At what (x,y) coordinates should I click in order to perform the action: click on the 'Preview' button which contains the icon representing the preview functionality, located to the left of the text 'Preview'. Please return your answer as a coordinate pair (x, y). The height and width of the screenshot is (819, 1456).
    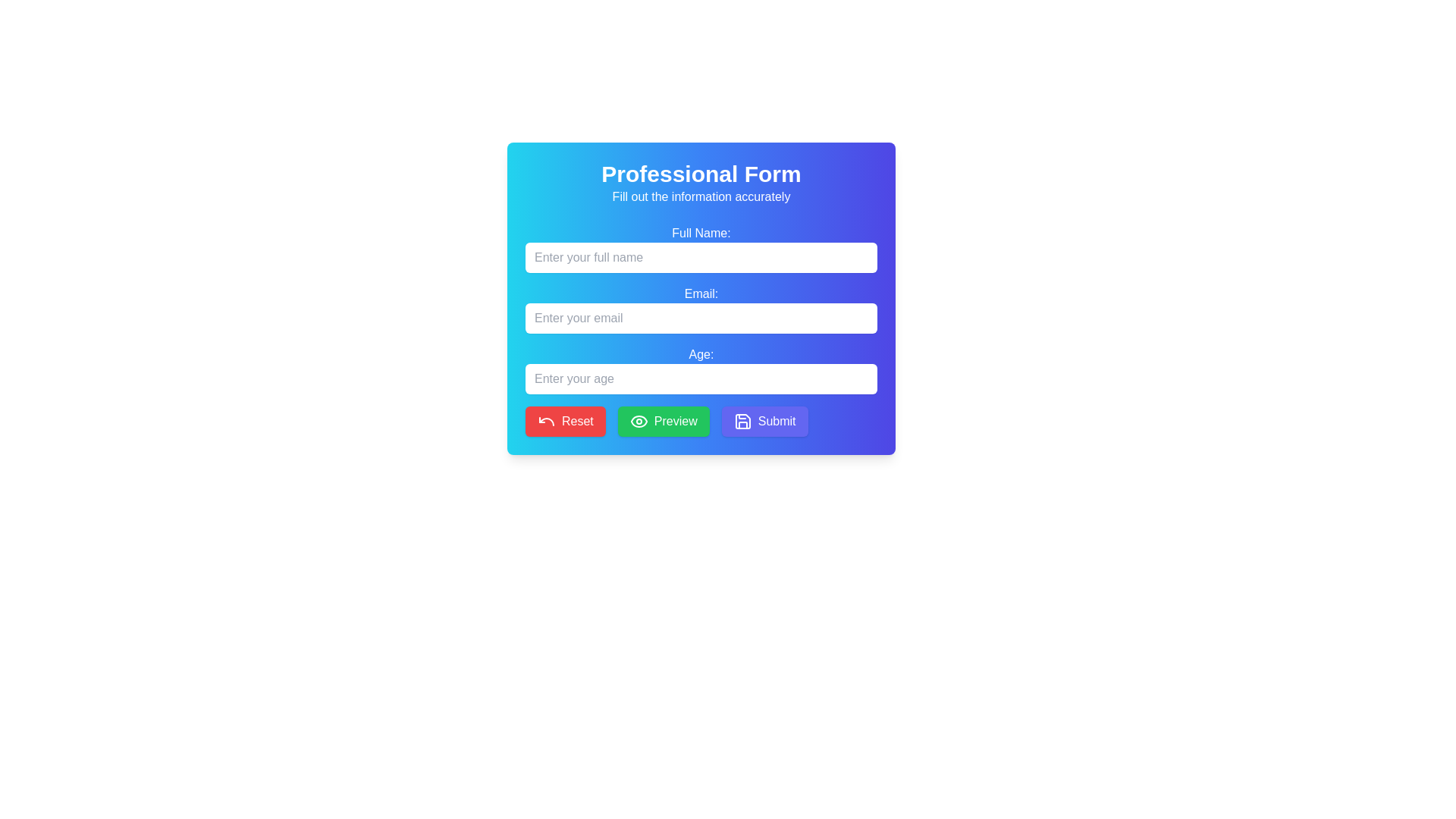
    Looking at the image, I should click on (639, 421).